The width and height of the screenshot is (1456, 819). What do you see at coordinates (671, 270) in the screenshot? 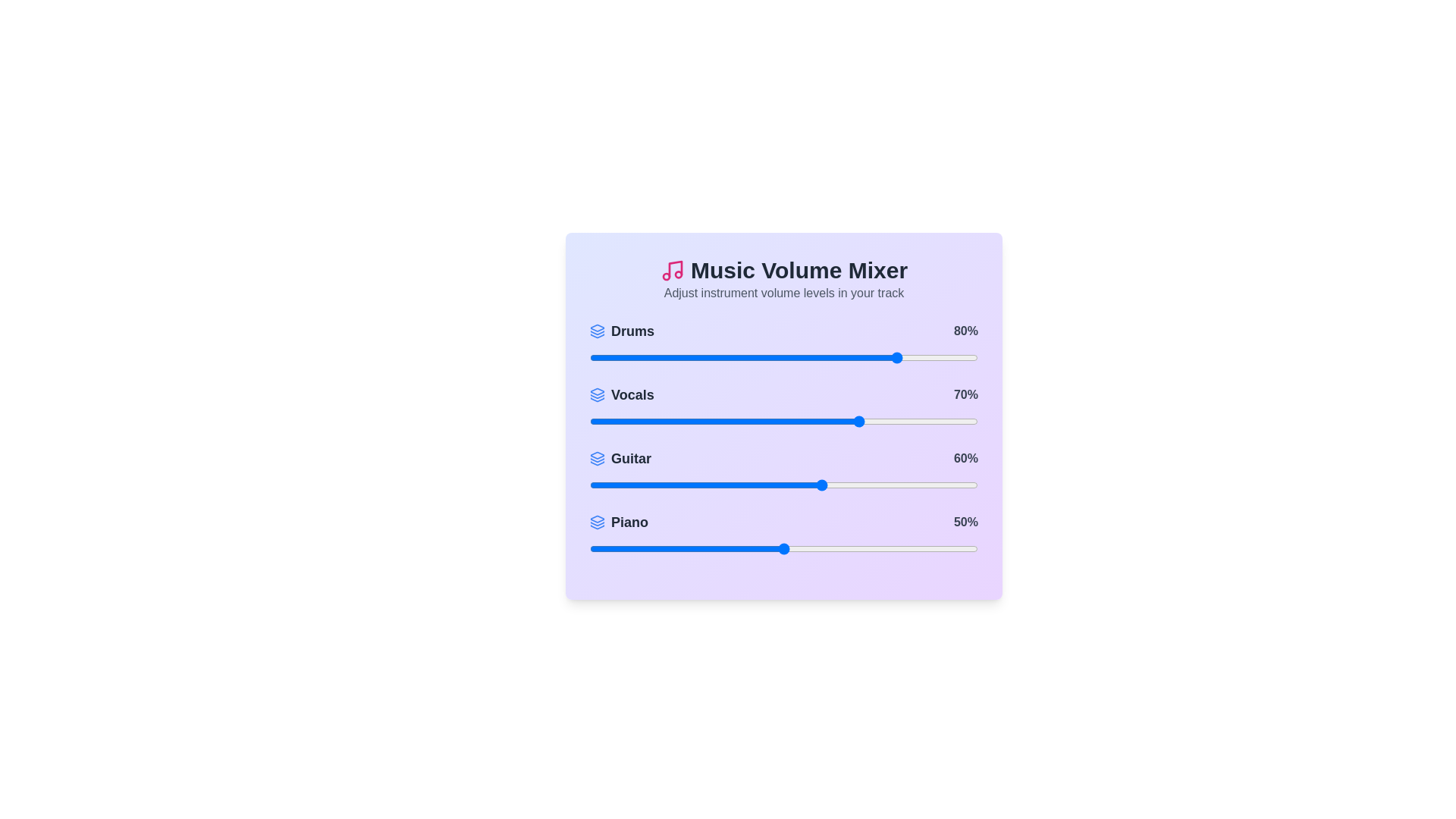
I see `the music icon in the header to explore its visual elements` at bounding box center [671, 270].